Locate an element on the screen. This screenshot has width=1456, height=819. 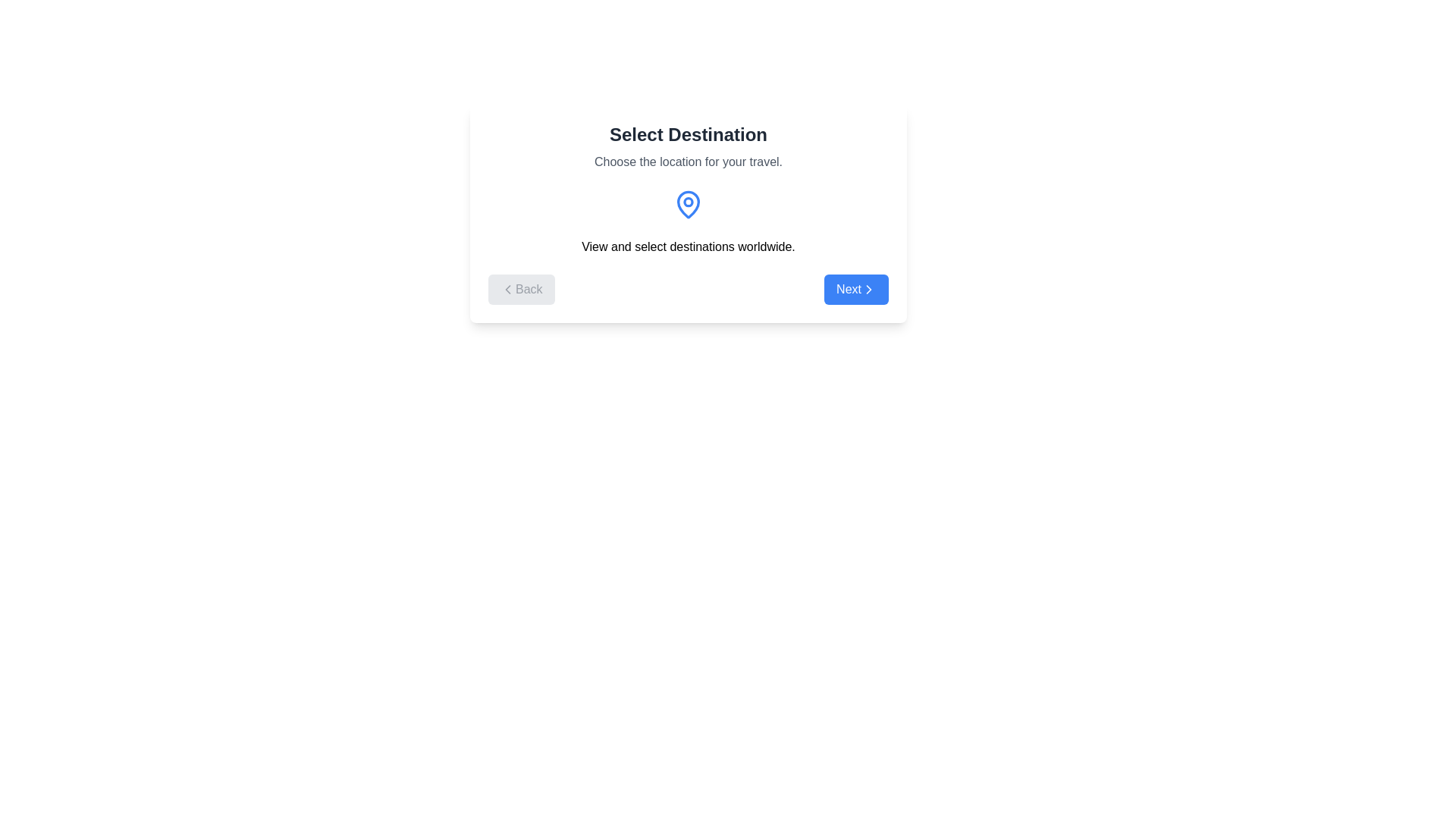
instructions provided in the dialog box titled 'Select Destination', which contains a subtitle and additional text about choosing travel locations is located at coordinates (687, 213).